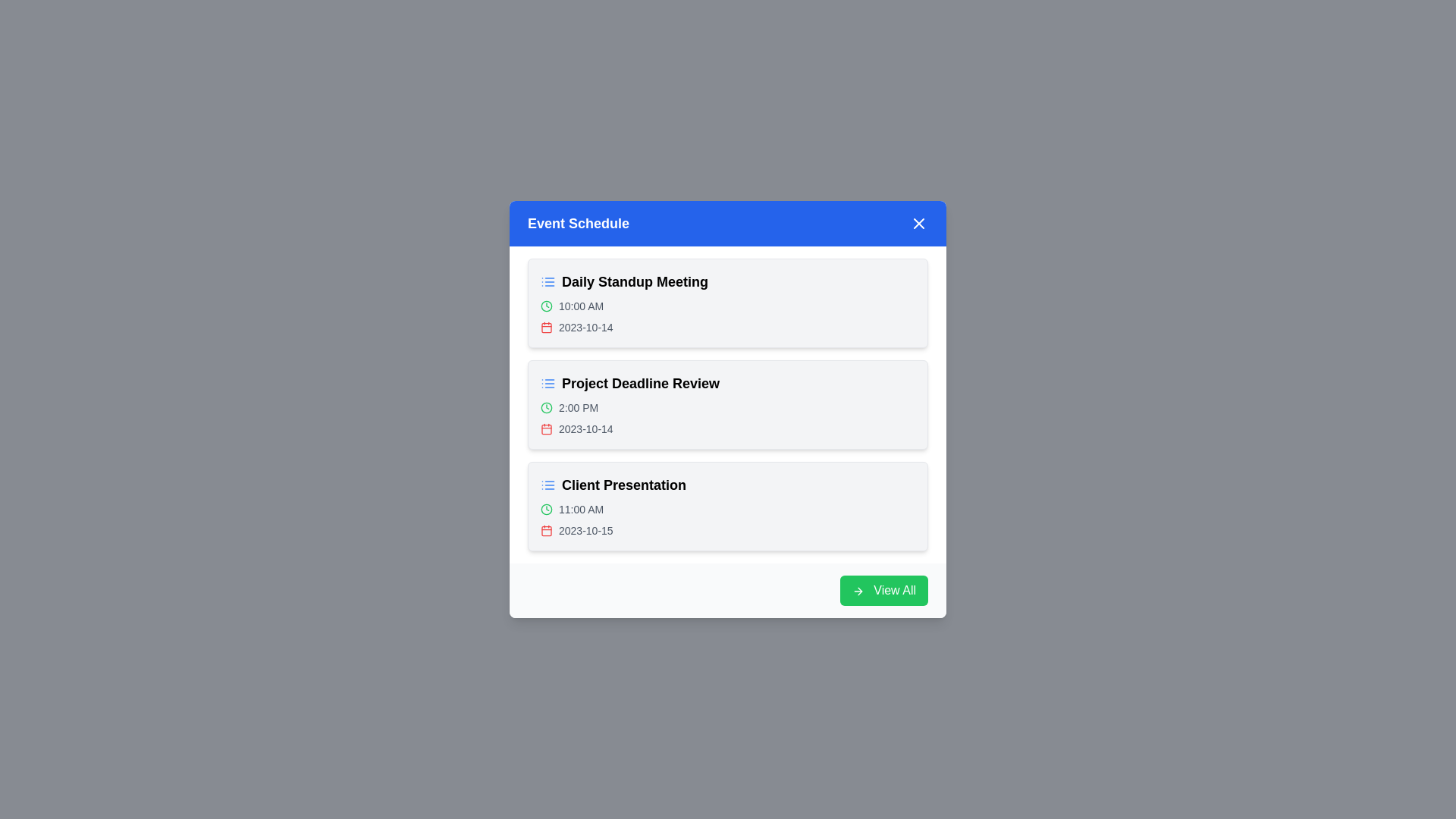  I want to click on the graphical icon embedded in the calendar icon representing the date for the 'Project Deadline Review' entry, so click(546, 429).